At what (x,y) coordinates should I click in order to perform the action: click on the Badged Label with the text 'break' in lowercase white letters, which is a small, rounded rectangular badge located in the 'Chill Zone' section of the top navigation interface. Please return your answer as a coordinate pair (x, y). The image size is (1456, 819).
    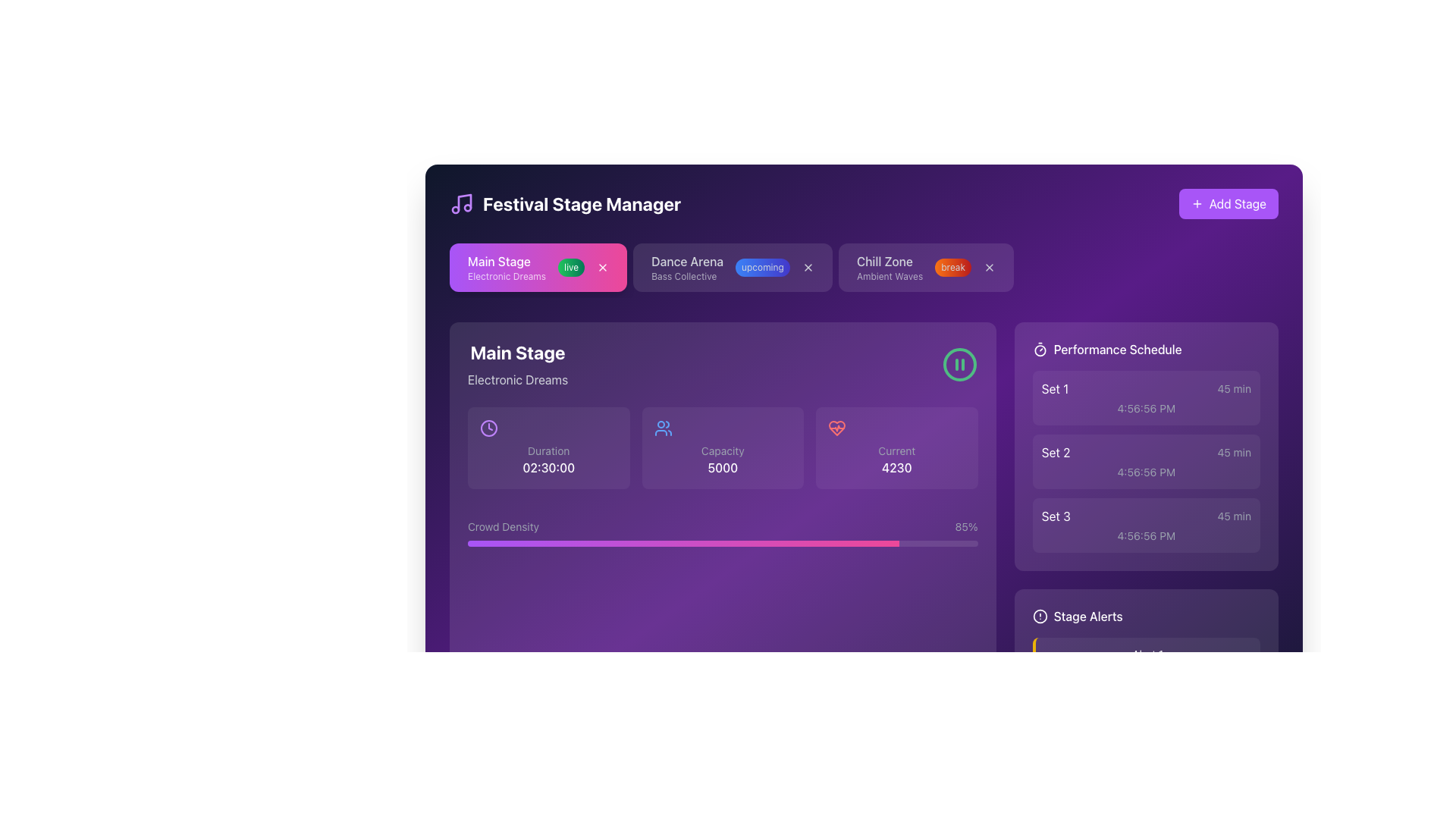
    Looking at the image, I should click on (952, 267).